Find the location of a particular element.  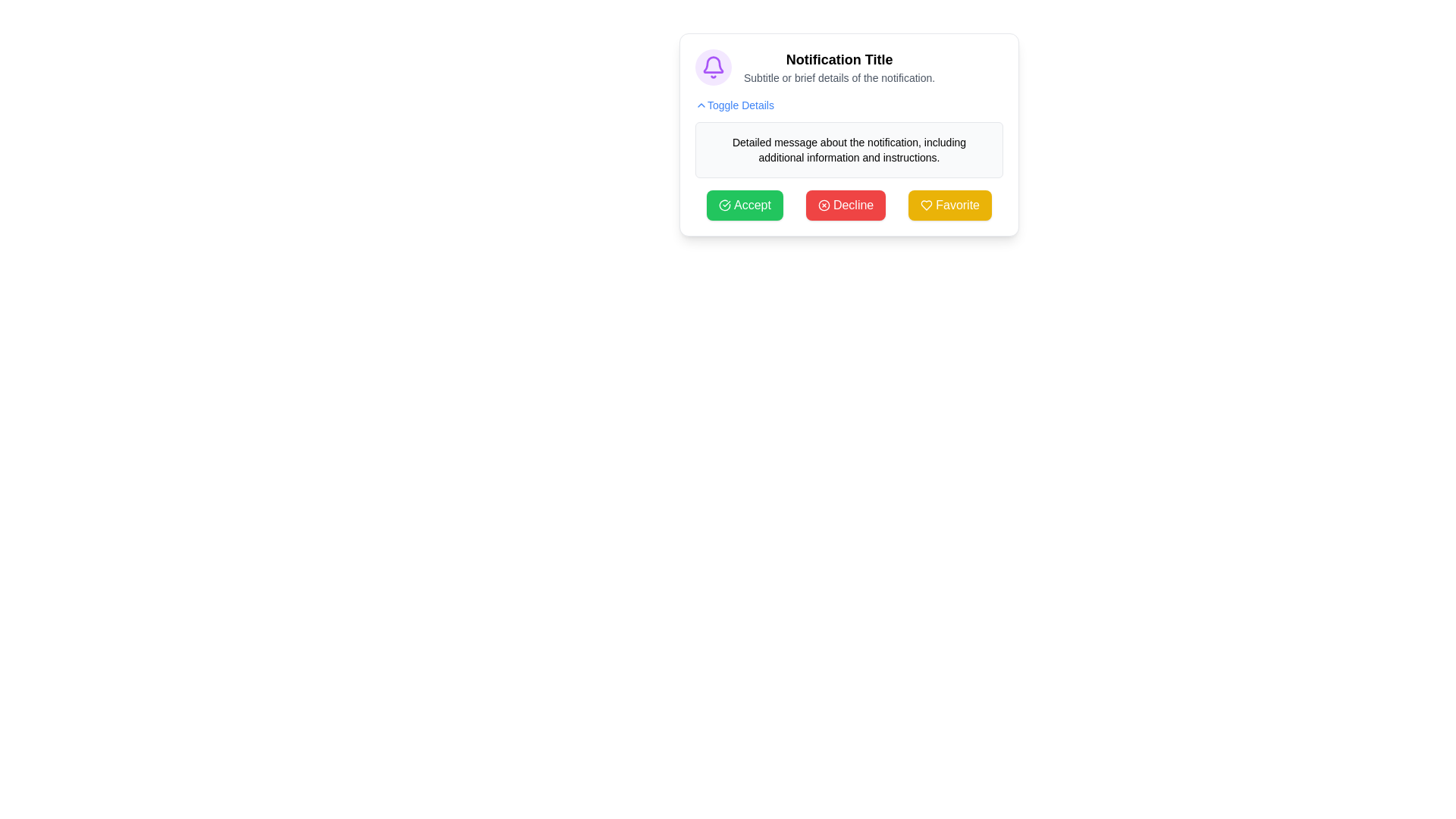

the 'Decline' button, which has a rounded rectangle shape with a red background and white text, to change its shade is located at coordinates (845, 205).